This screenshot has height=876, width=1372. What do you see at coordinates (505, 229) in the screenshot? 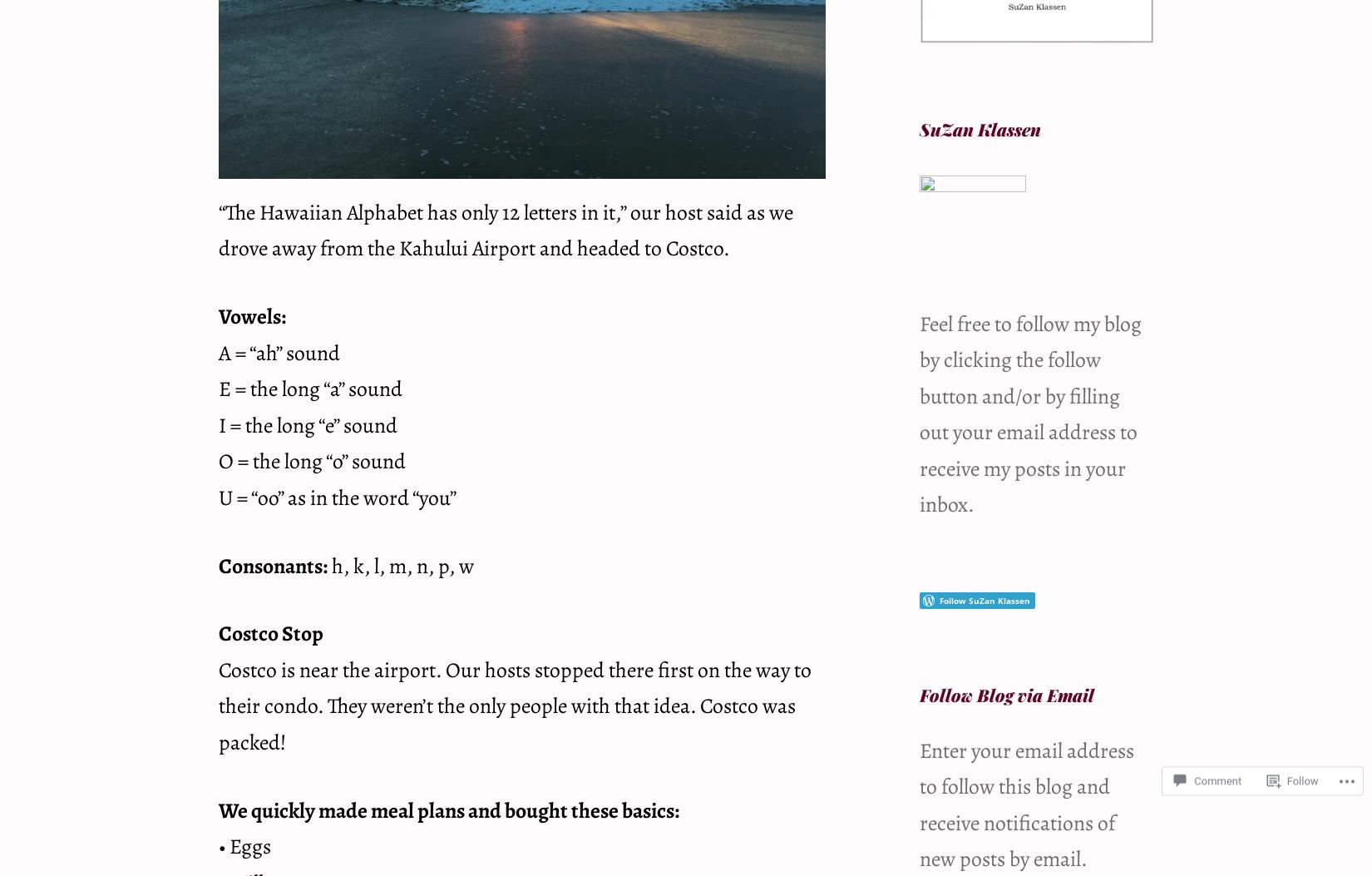
I see `'“The Hawaiian Alphabet has only 12 letters in it,” our host said as we drove away from the Kahului Airport and headed to Costco.'` at bounding box center [505, 229].